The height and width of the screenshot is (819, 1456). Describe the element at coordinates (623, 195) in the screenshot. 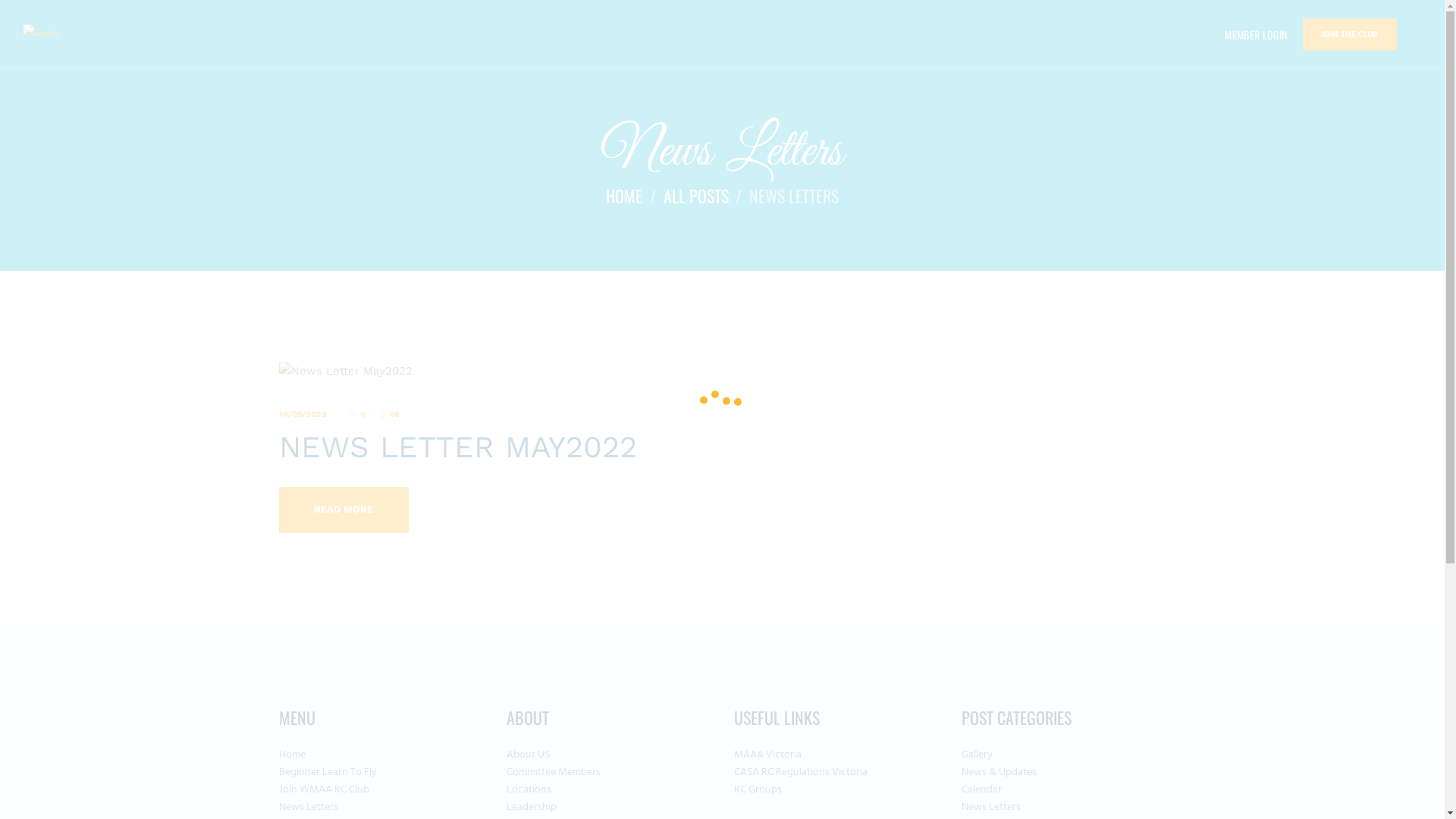

I see `'HOME'` at that location.